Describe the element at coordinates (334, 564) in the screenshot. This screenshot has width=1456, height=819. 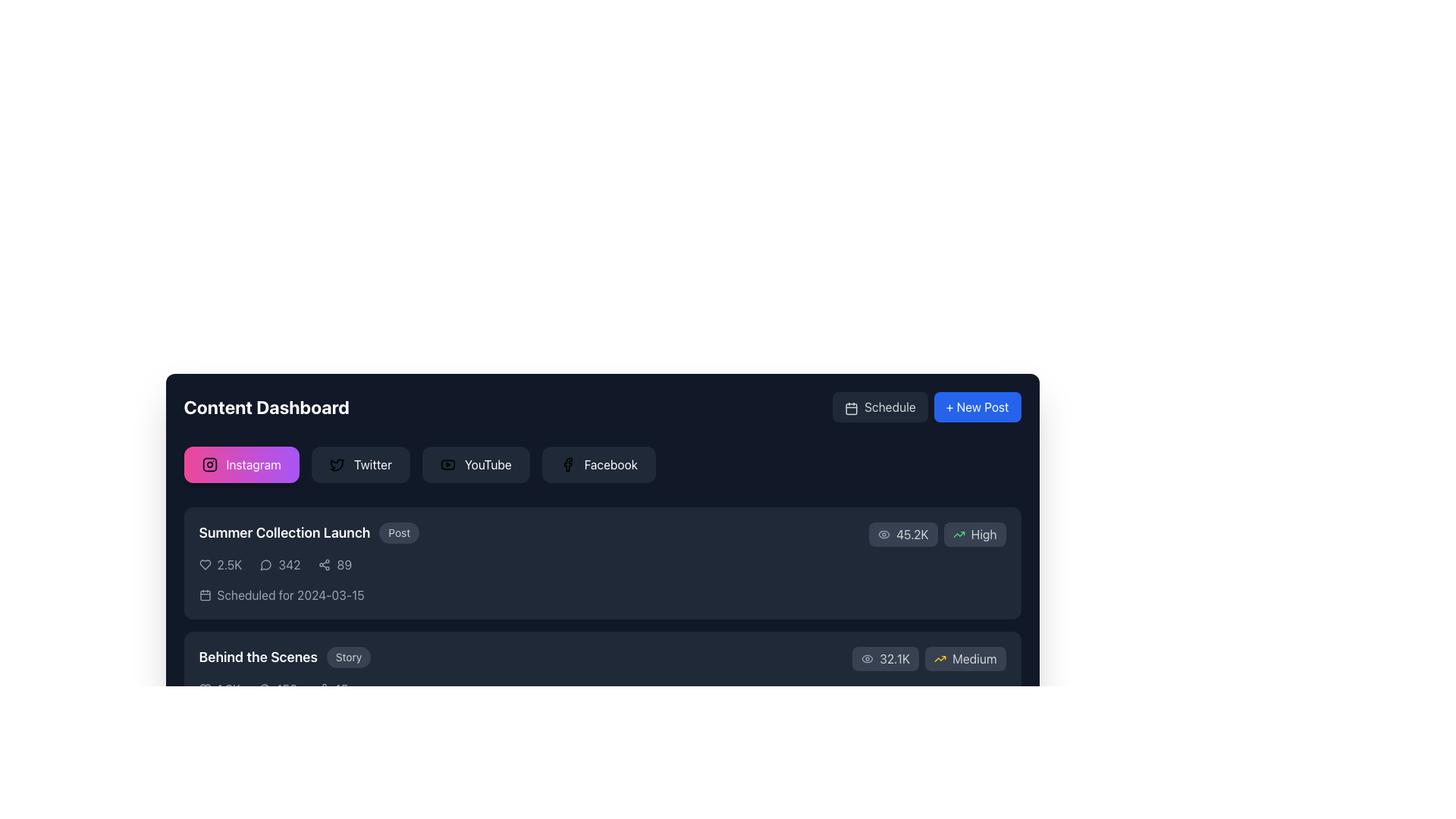
I see `the label with icon that represents the count of shares for the 'Summer Collection Launch' entry in the dashboard` at that location.